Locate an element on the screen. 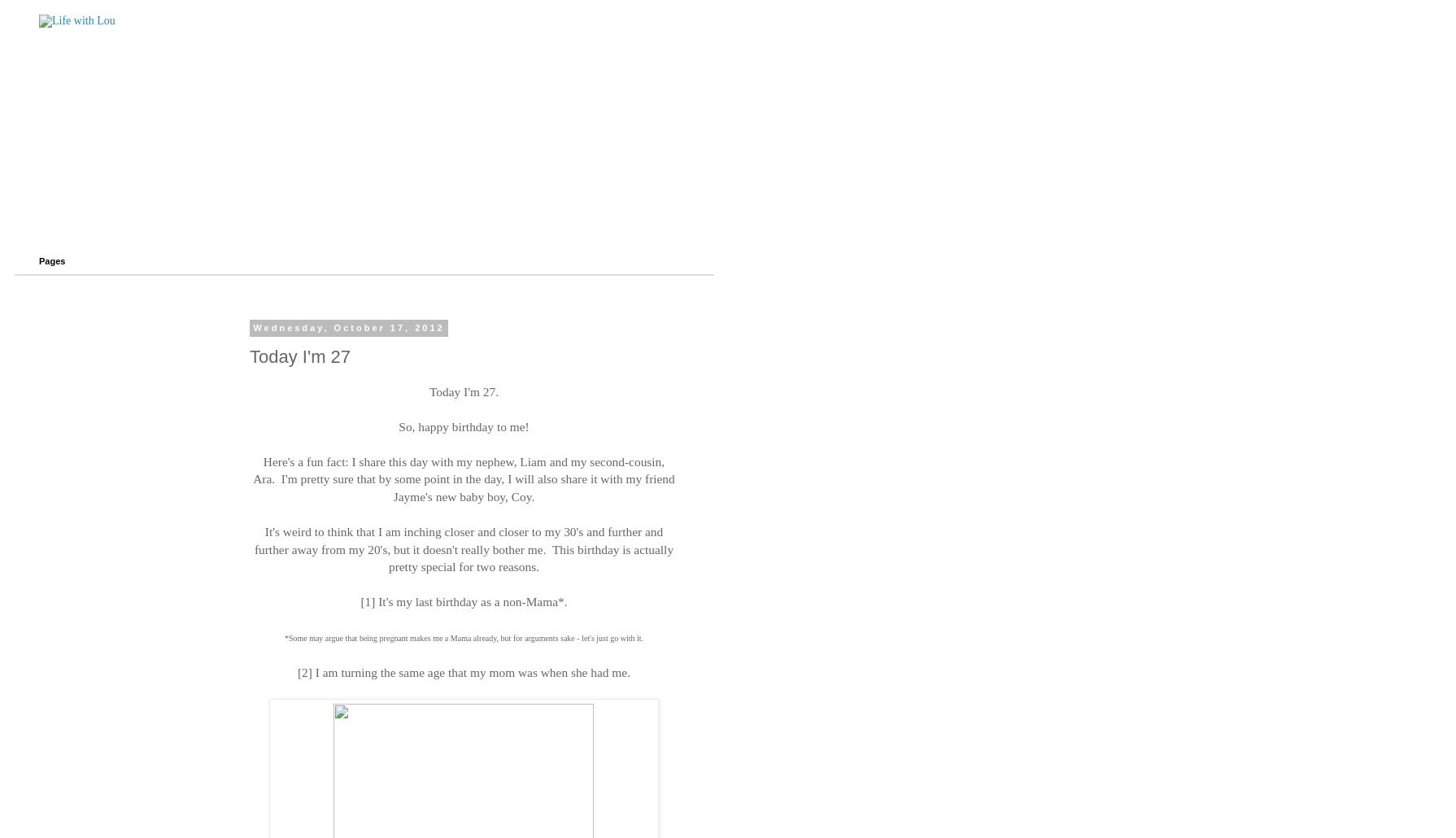 This screenshot has height=838, width=1456. 'Wednesday, October 17, 2012' is located at coordinates (348, 328).